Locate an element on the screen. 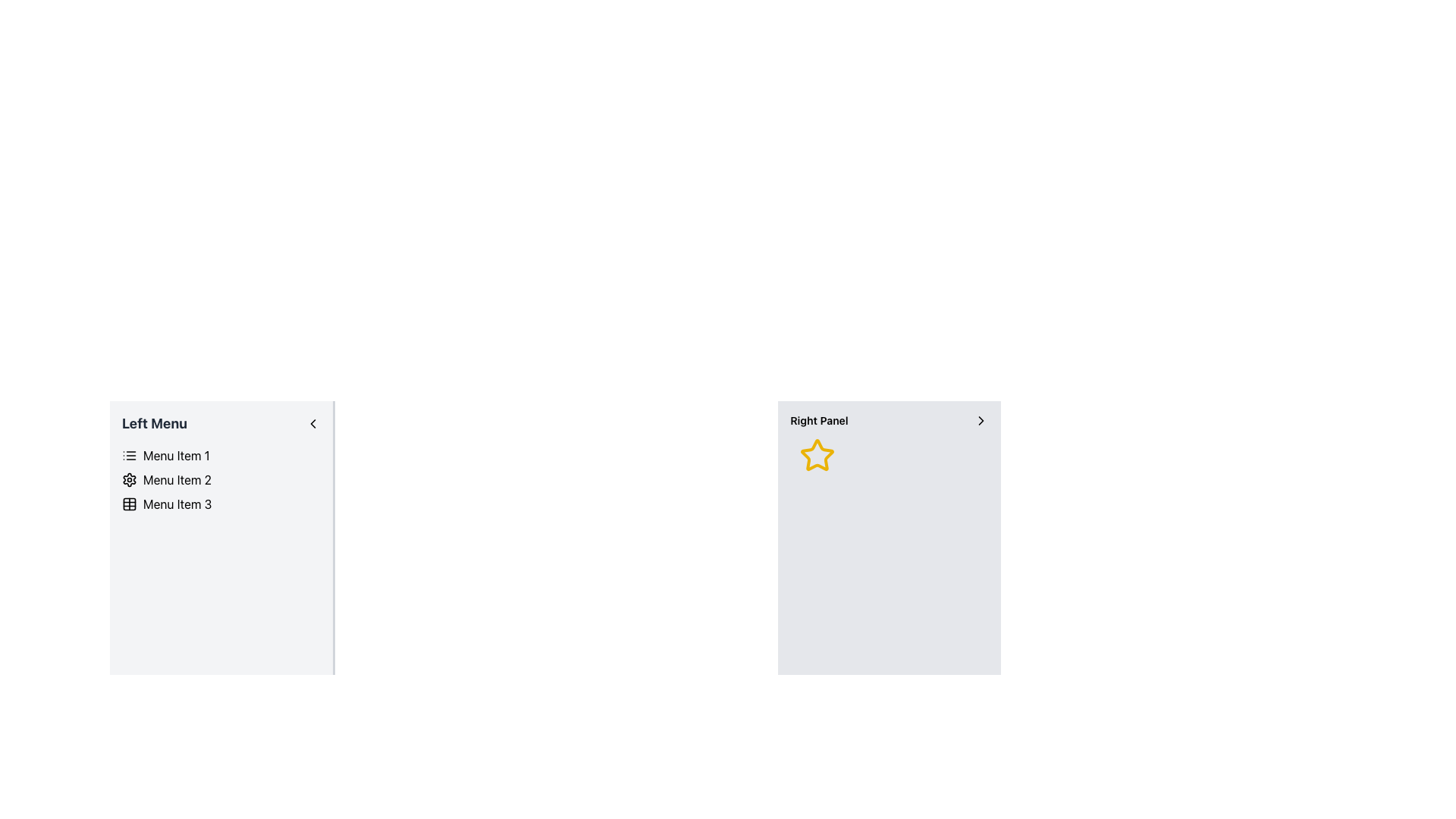  the square-shaped icon resembling a table grid located to the left of the text label 'Menu Item 3' in the 'Left Menu' section is located at coordinates (130, 504).